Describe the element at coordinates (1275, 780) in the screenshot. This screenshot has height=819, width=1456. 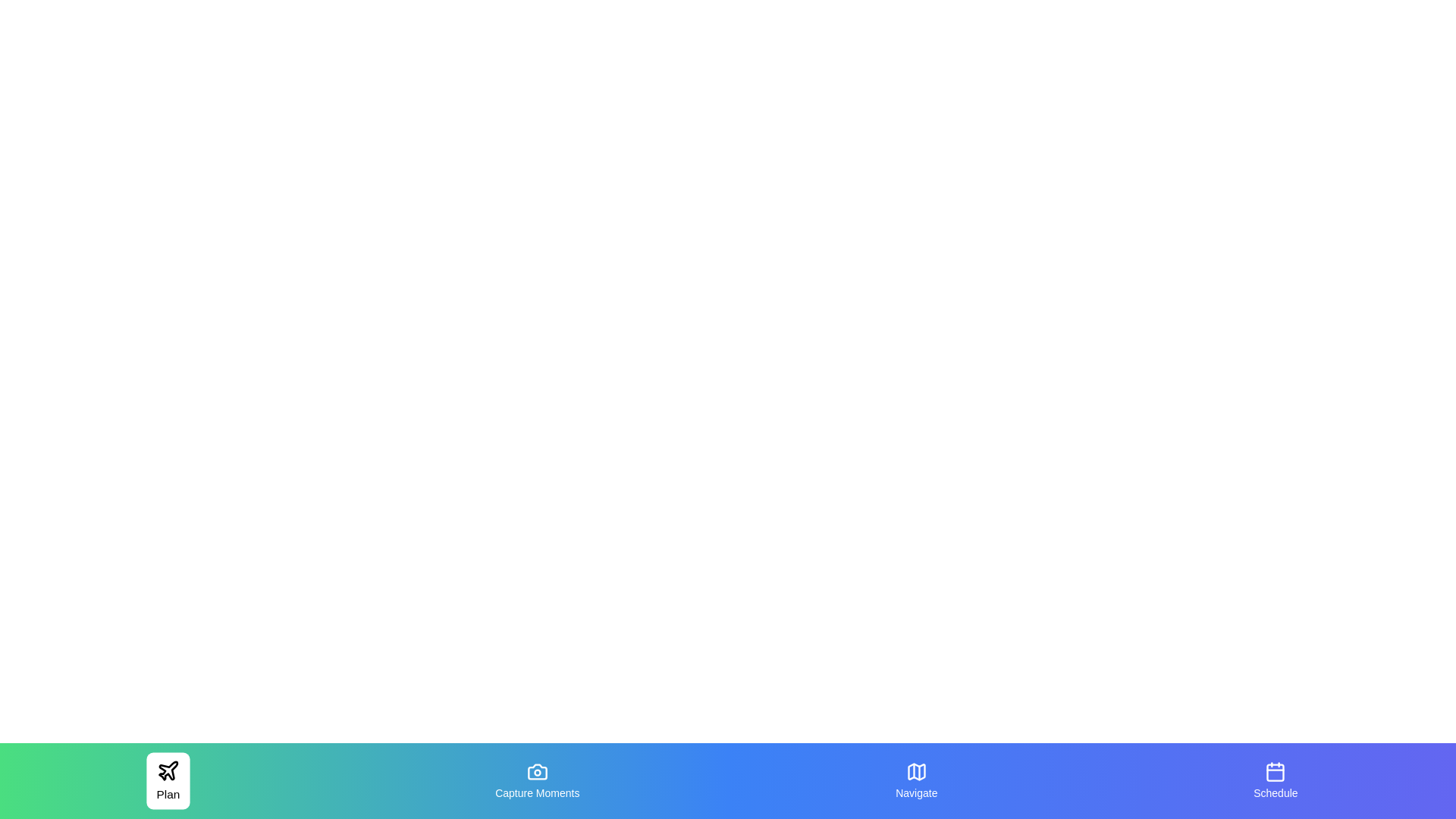
I see `the tab labeled Schedule by clicking on it` at that location.